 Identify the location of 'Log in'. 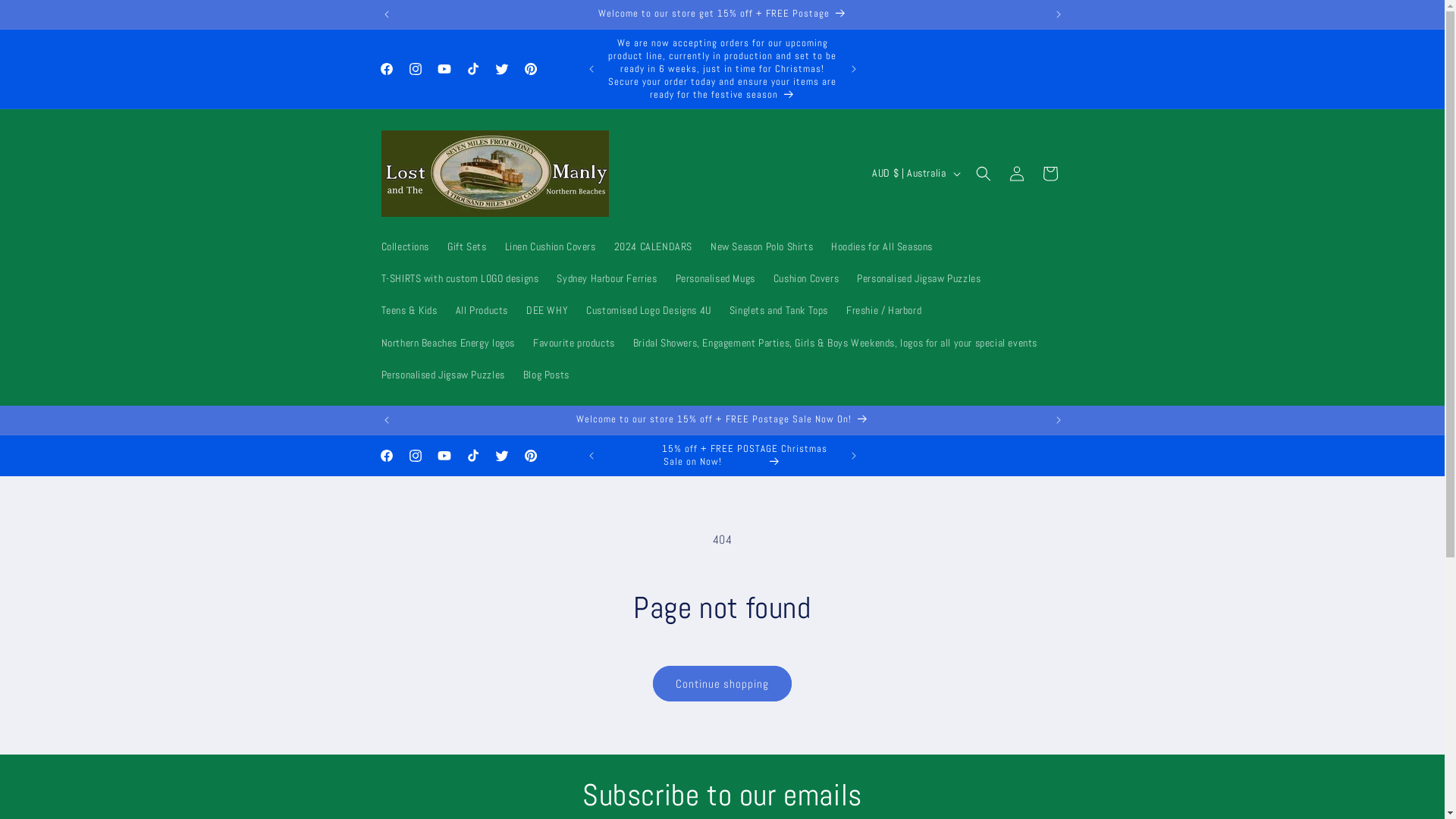
(1015, 172).